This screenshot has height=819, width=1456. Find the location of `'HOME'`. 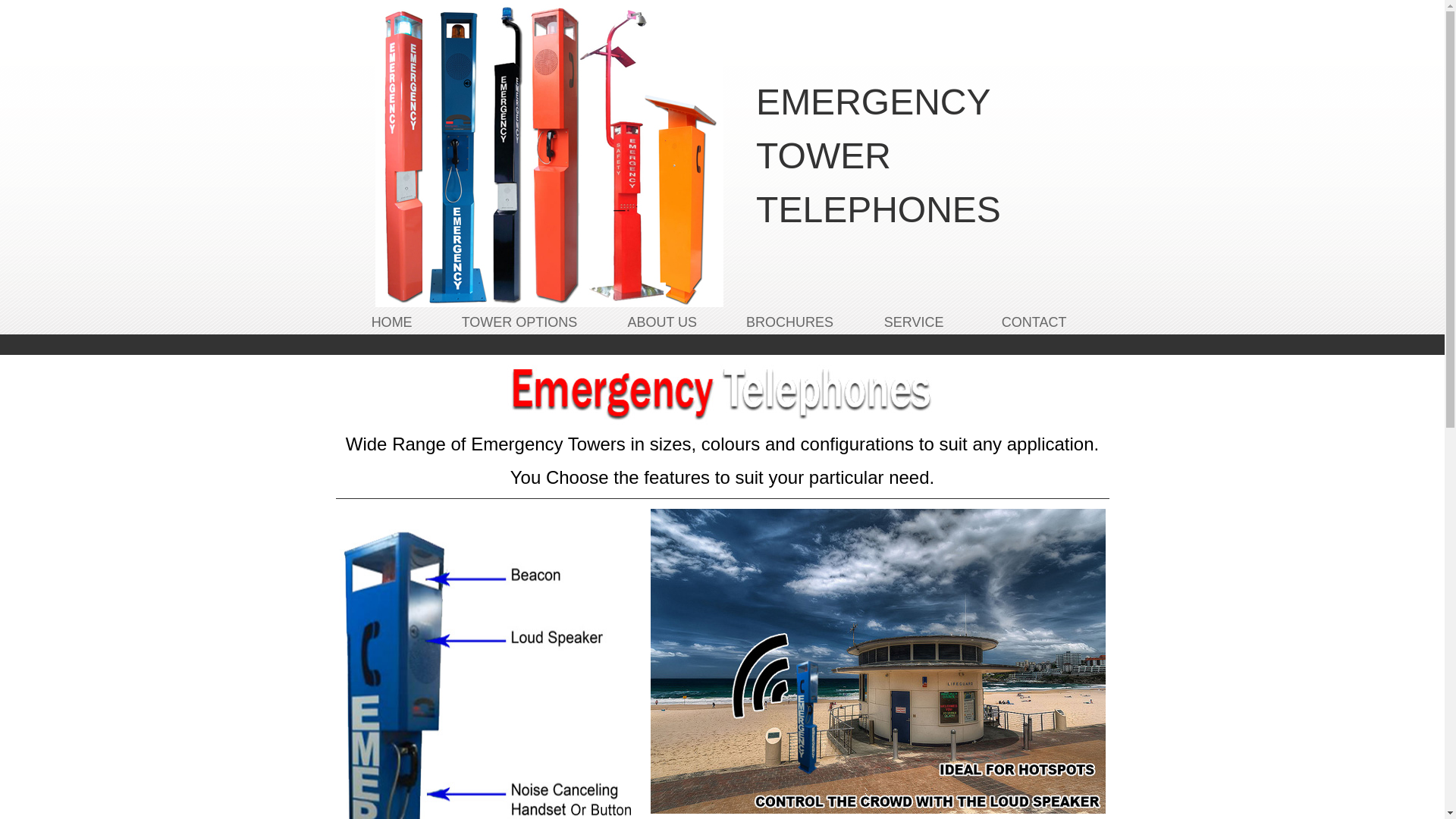

'HOME' is located at coordinates (392, 321).